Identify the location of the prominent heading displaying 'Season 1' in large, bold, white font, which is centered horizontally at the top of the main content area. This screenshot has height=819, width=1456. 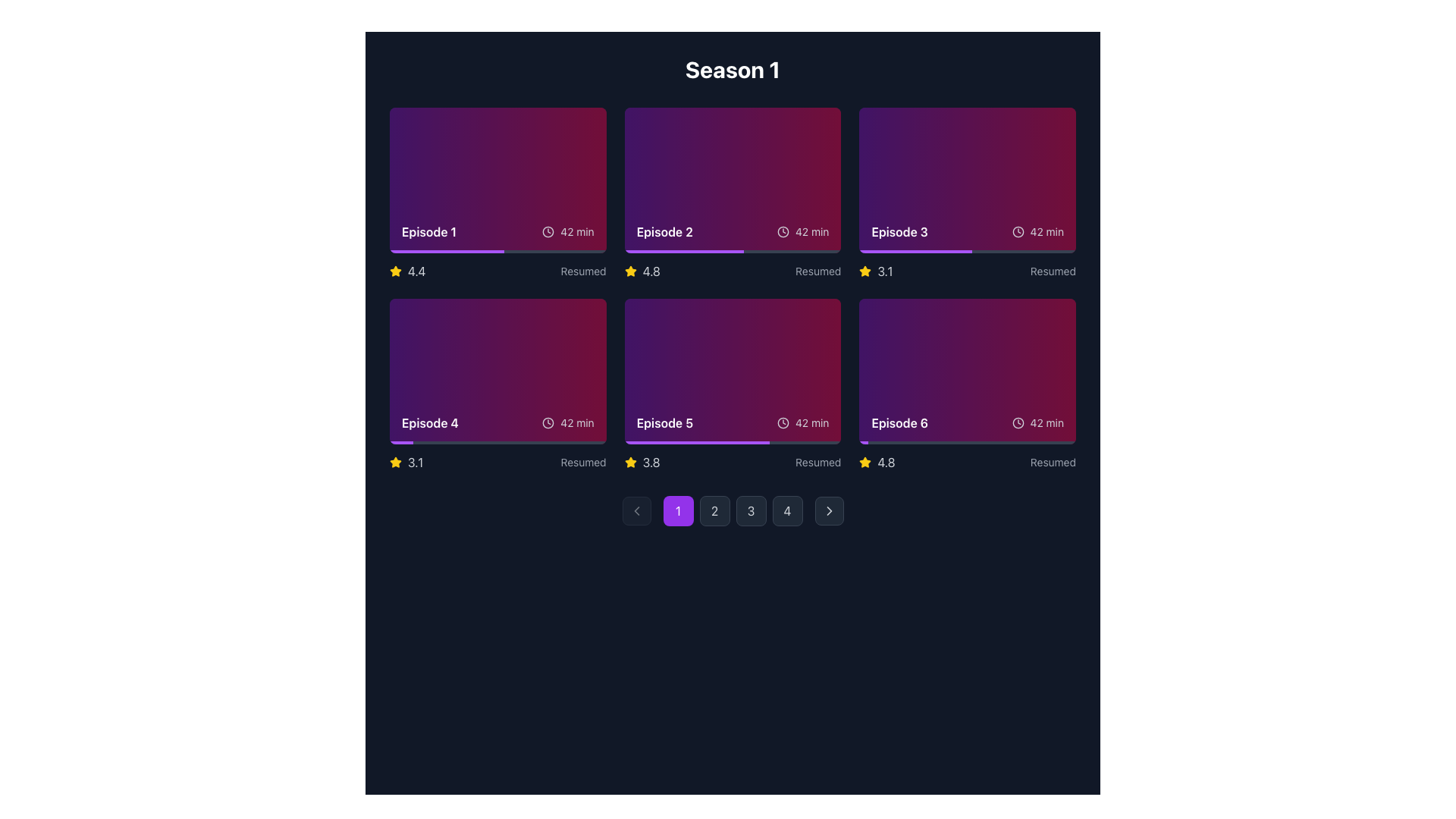
(733, 70).